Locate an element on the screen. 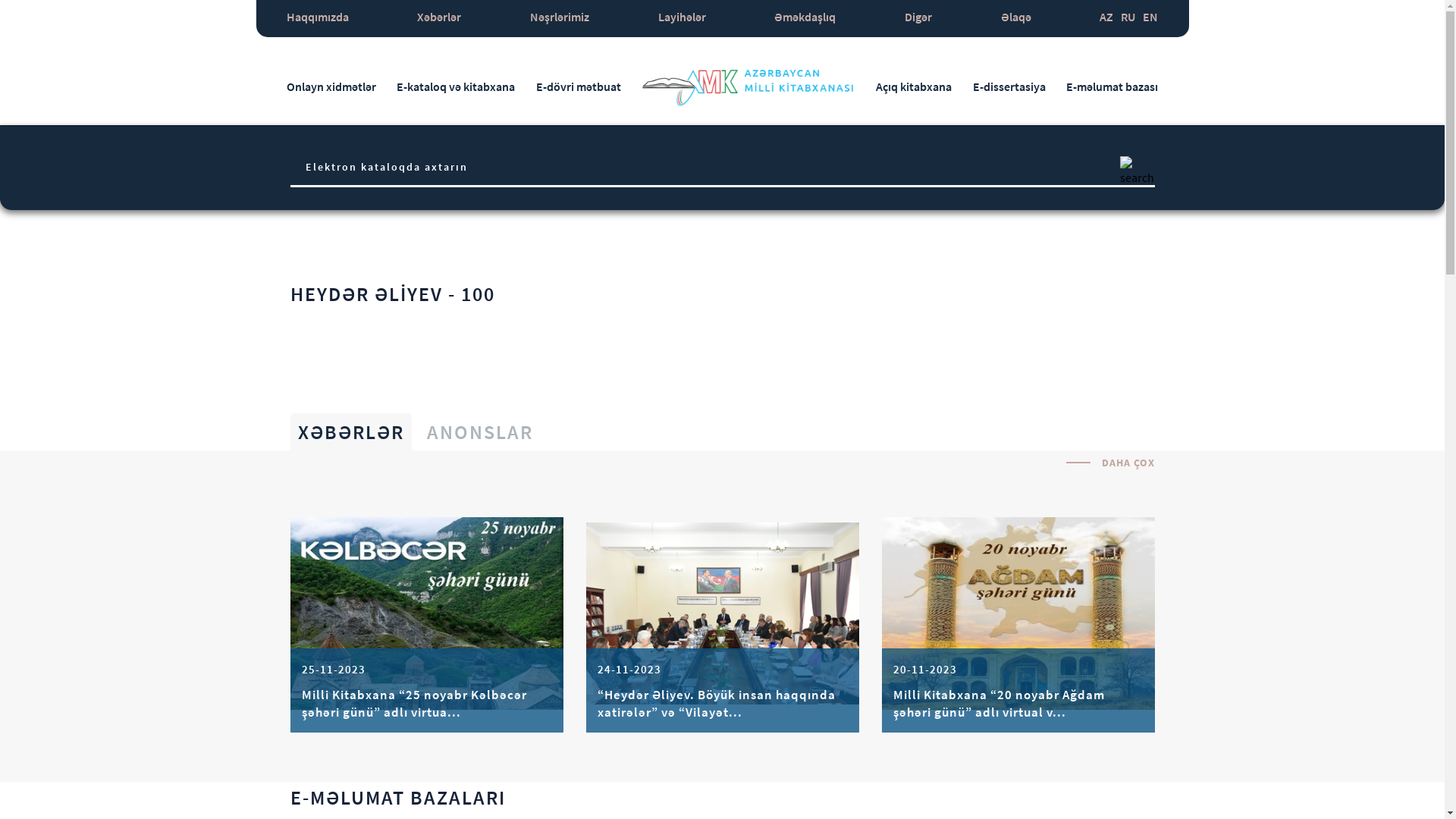 This screenshot has height=819, width=1456. 'ANONSLAR' is located at coordinates (479, 431).